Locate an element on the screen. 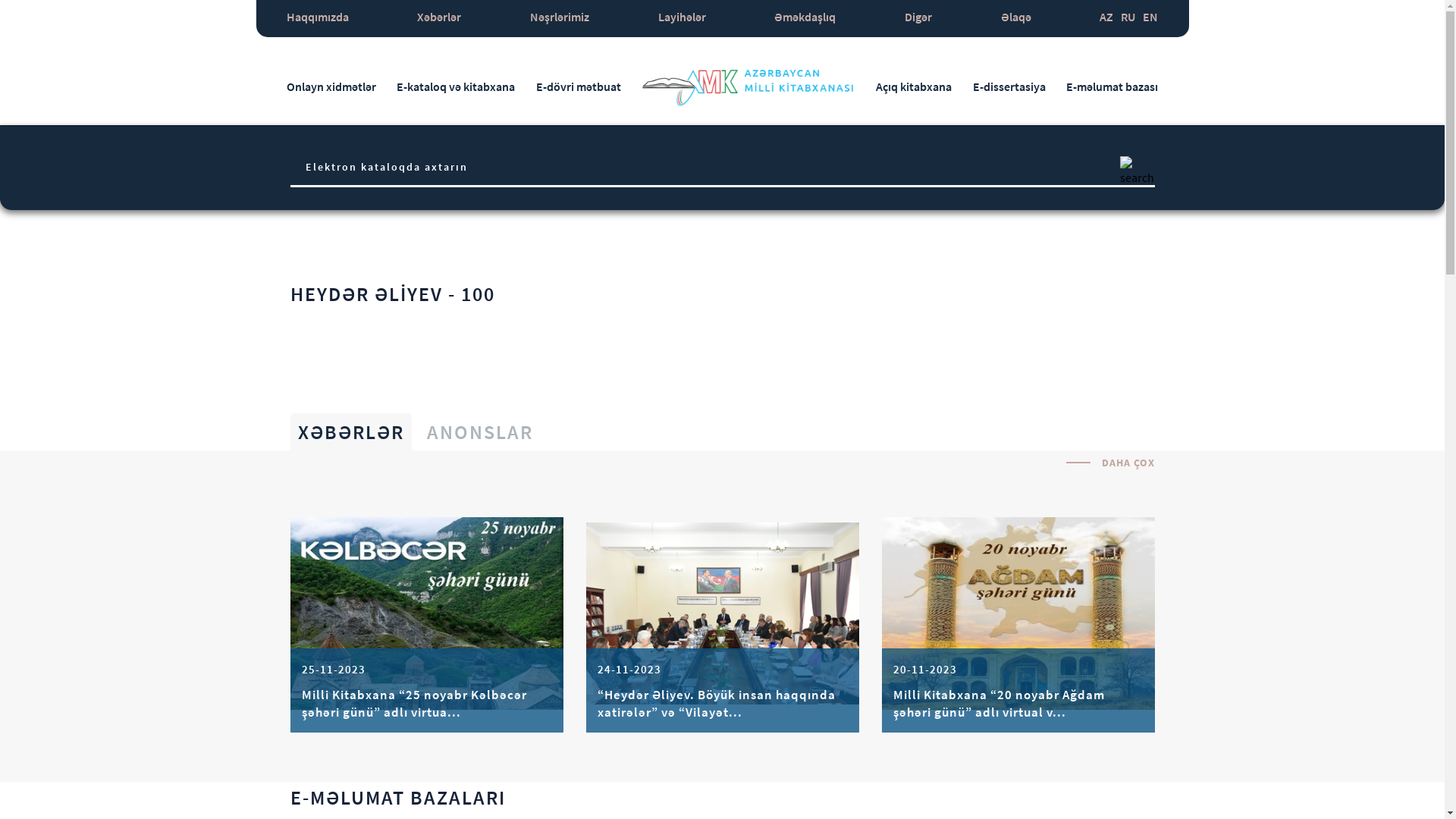 This screenshot has height=819, width=1456. 'ANONSLAR' is located at coordinates (479, 431).